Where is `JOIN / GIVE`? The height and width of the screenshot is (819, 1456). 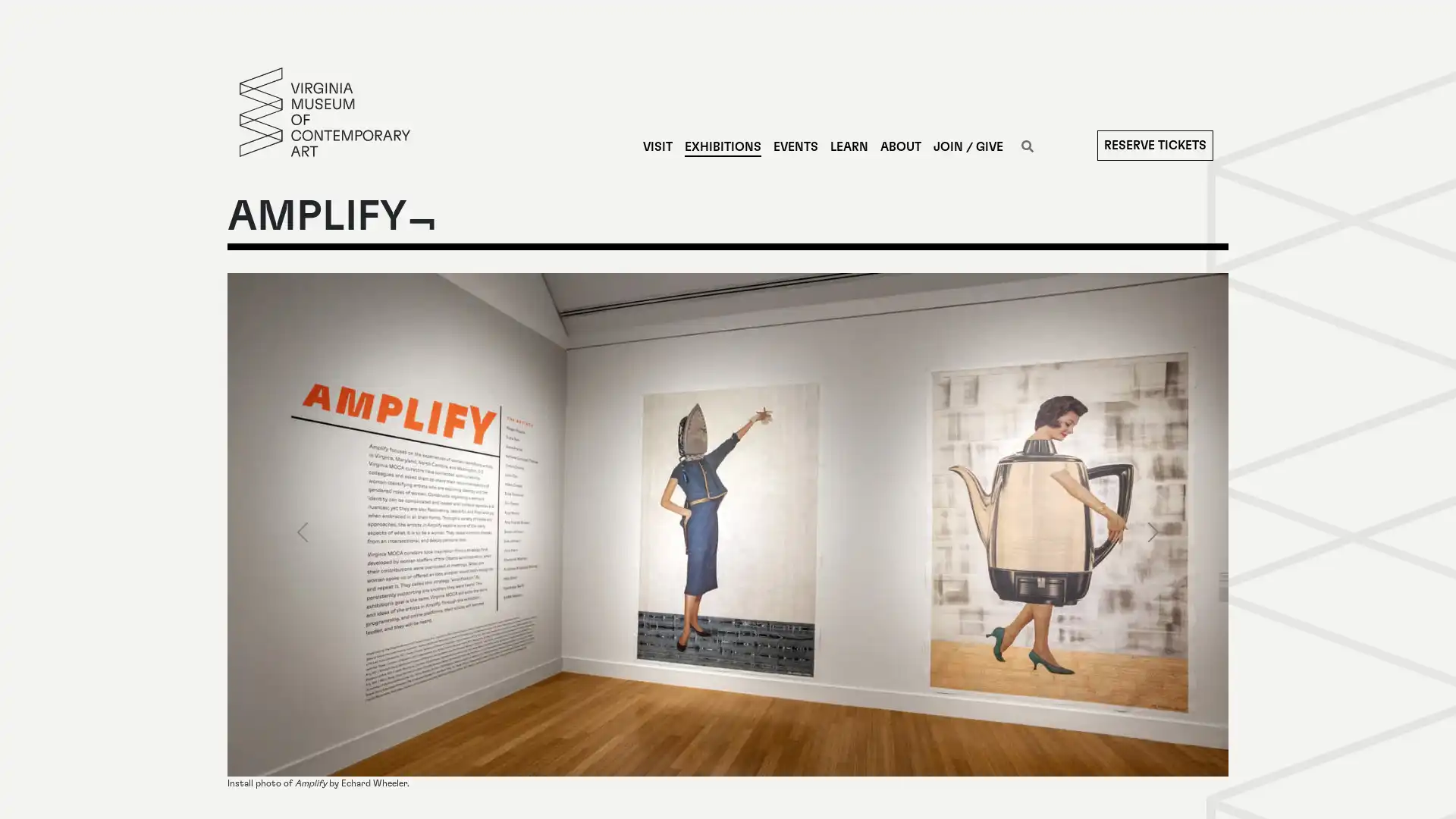
JOIN / GIVE is located at coordinates (967, 146).